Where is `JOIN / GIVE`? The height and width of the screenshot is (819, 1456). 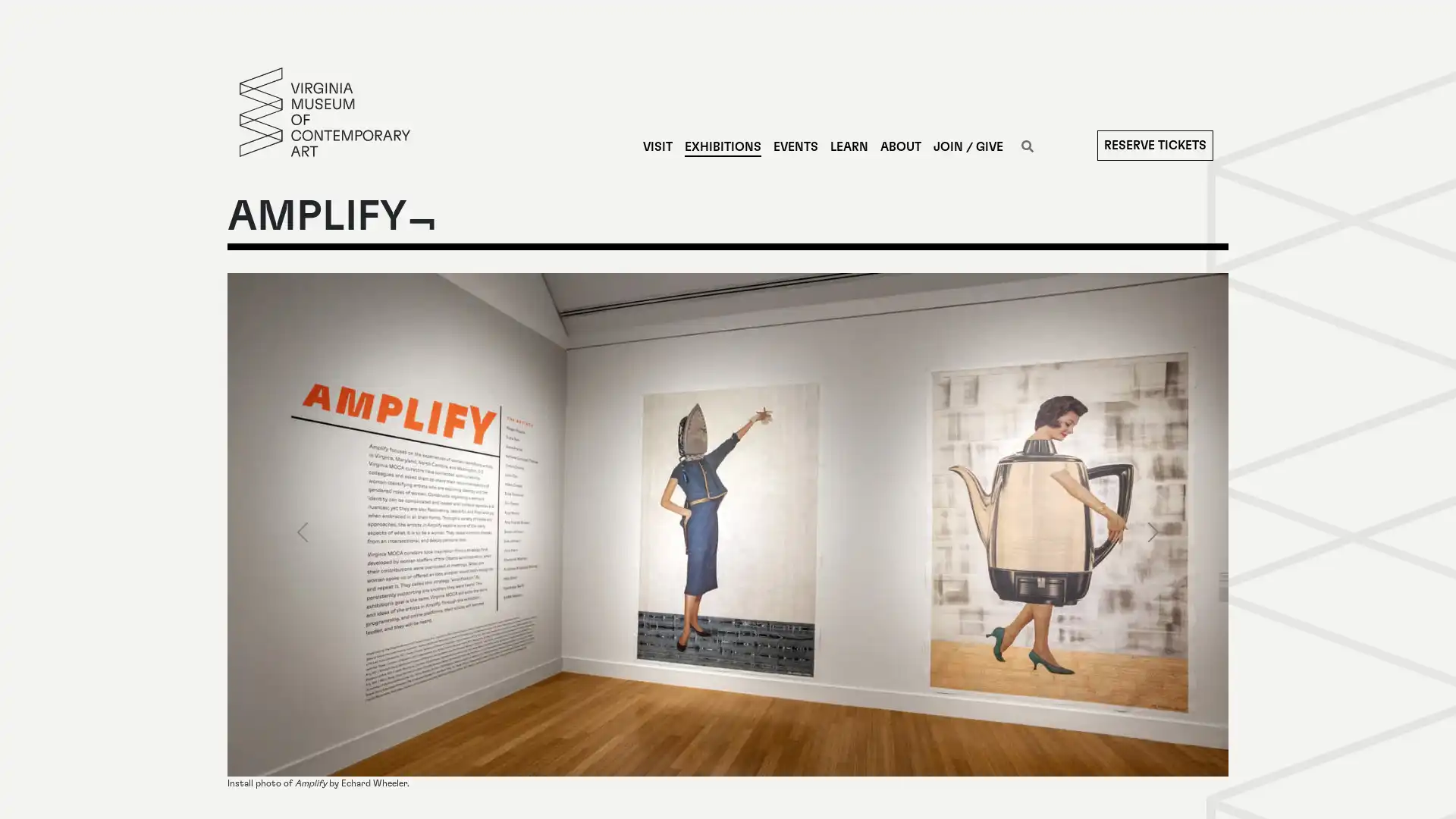
JOIN / GIVE is located at coordinates (967, 146).